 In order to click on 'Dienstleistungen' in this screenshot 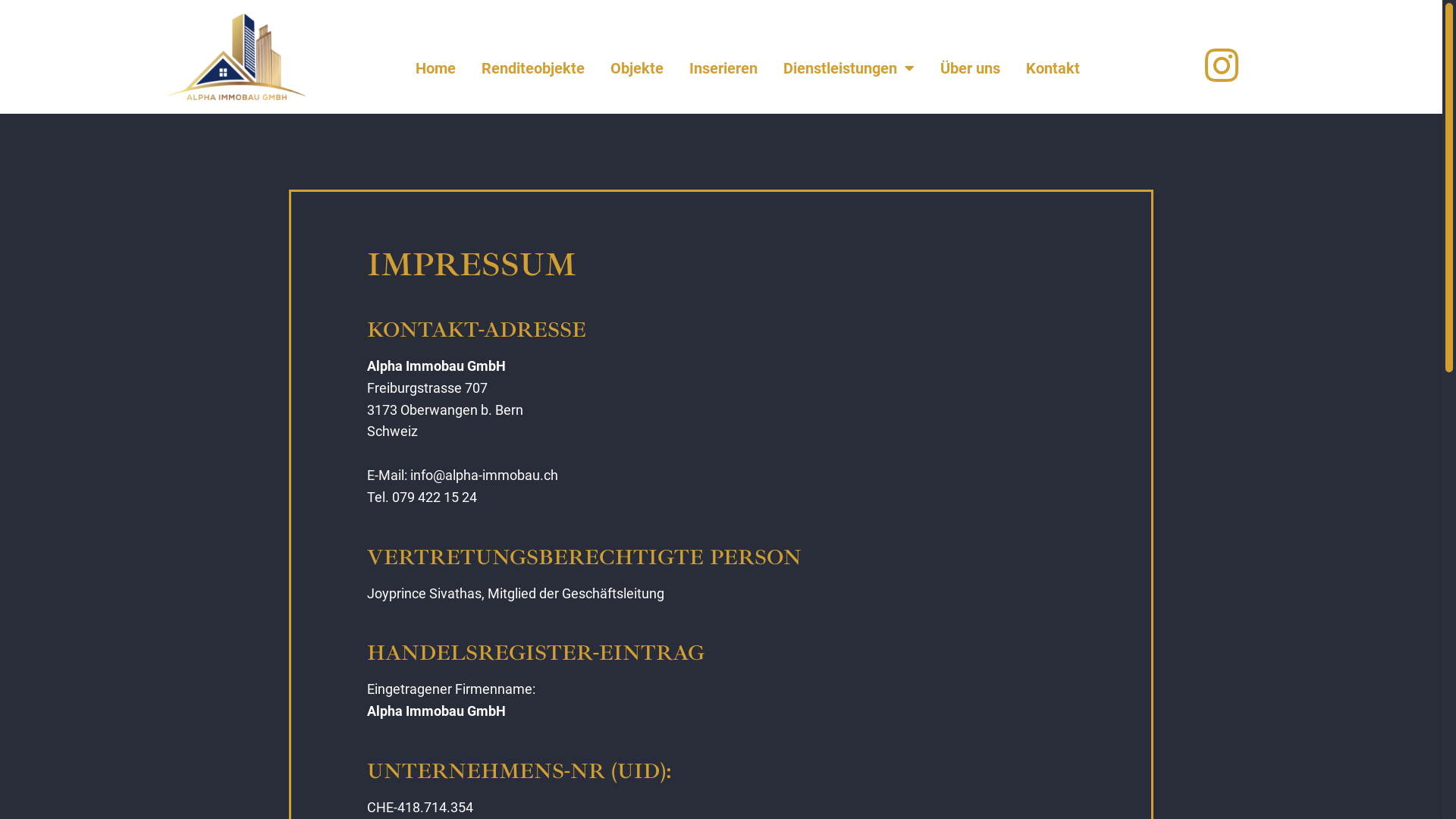, I will do `click(770, 67)`.